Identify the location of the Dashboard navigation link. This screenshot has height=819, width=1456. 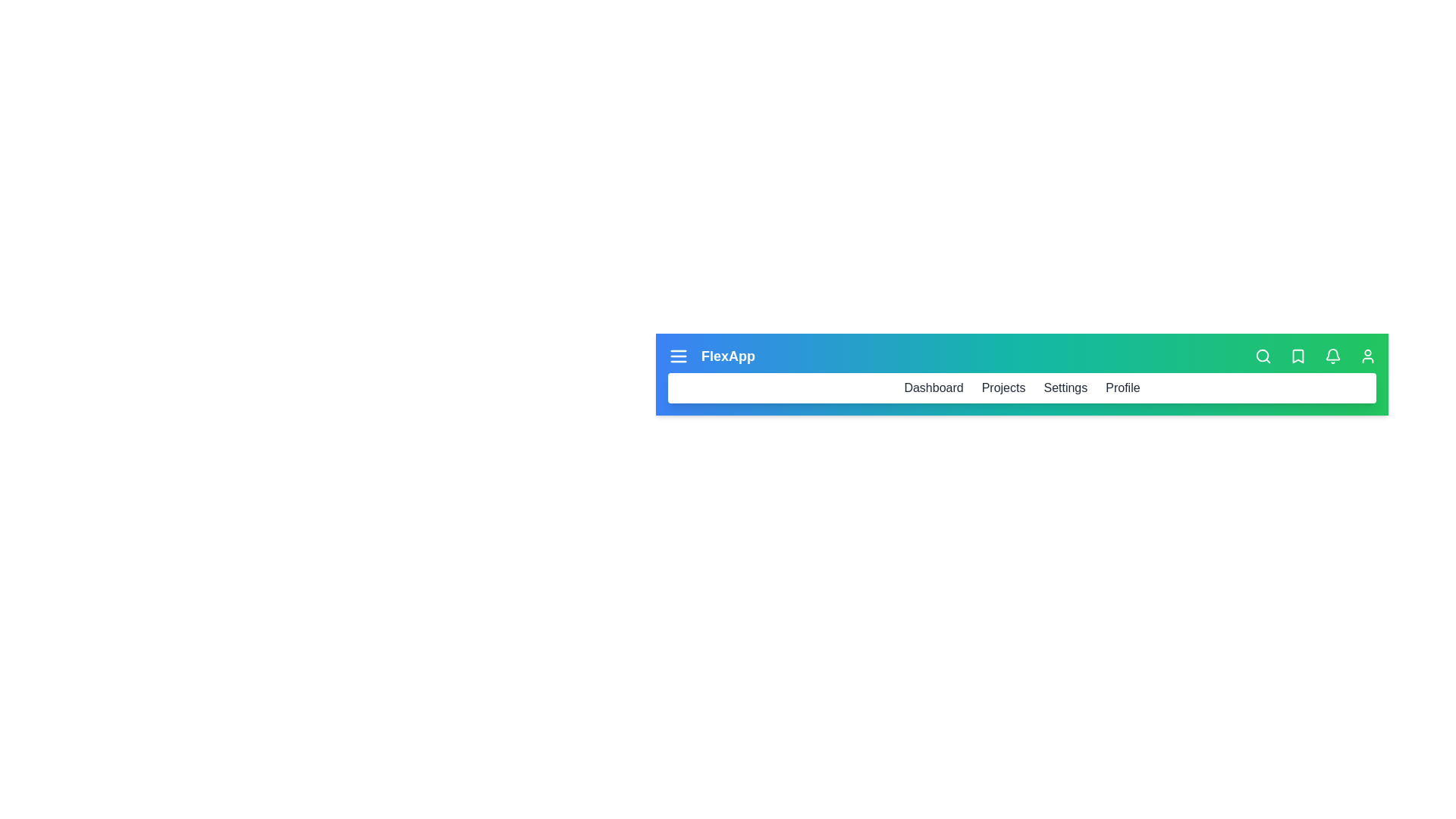
(932, 388).